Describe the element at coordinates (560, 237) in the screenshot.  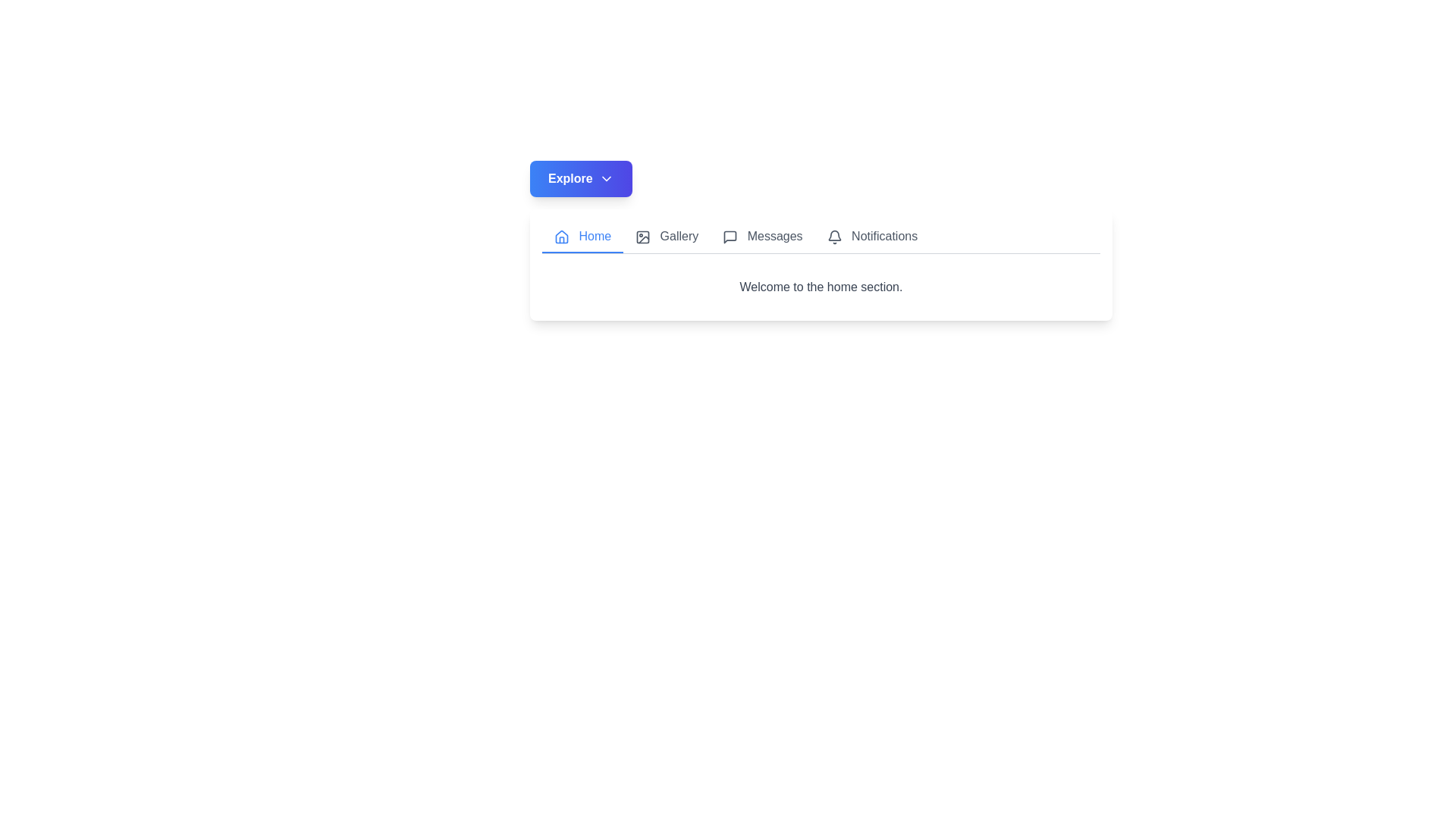
I see `the house-shaped icon representing home in the navigation bar, located just to the left of the 'Home' label` at that location.